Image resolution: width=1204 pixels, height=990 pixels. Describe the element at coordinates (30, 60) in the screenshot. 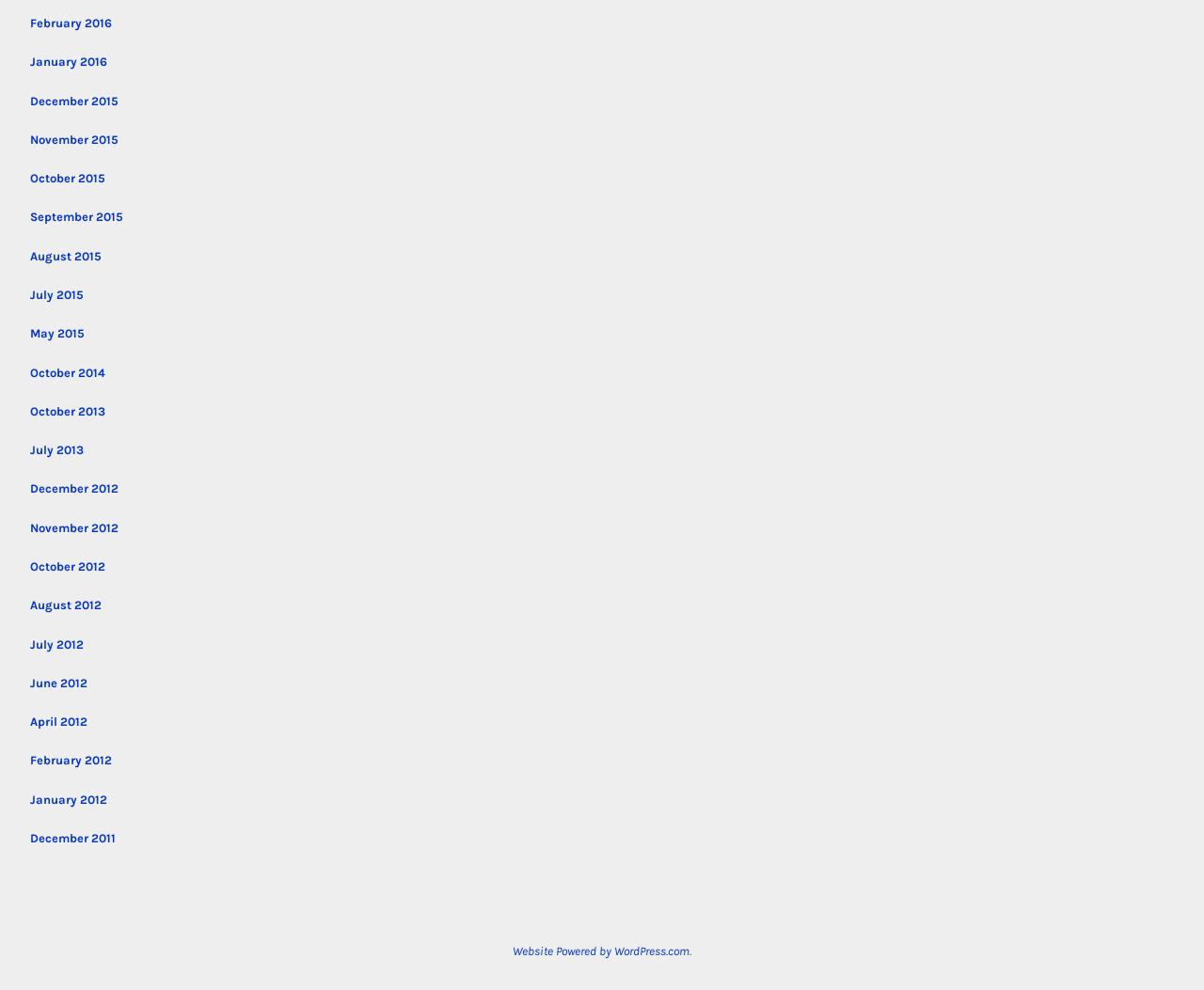

I see `'January 2016'` at that location.